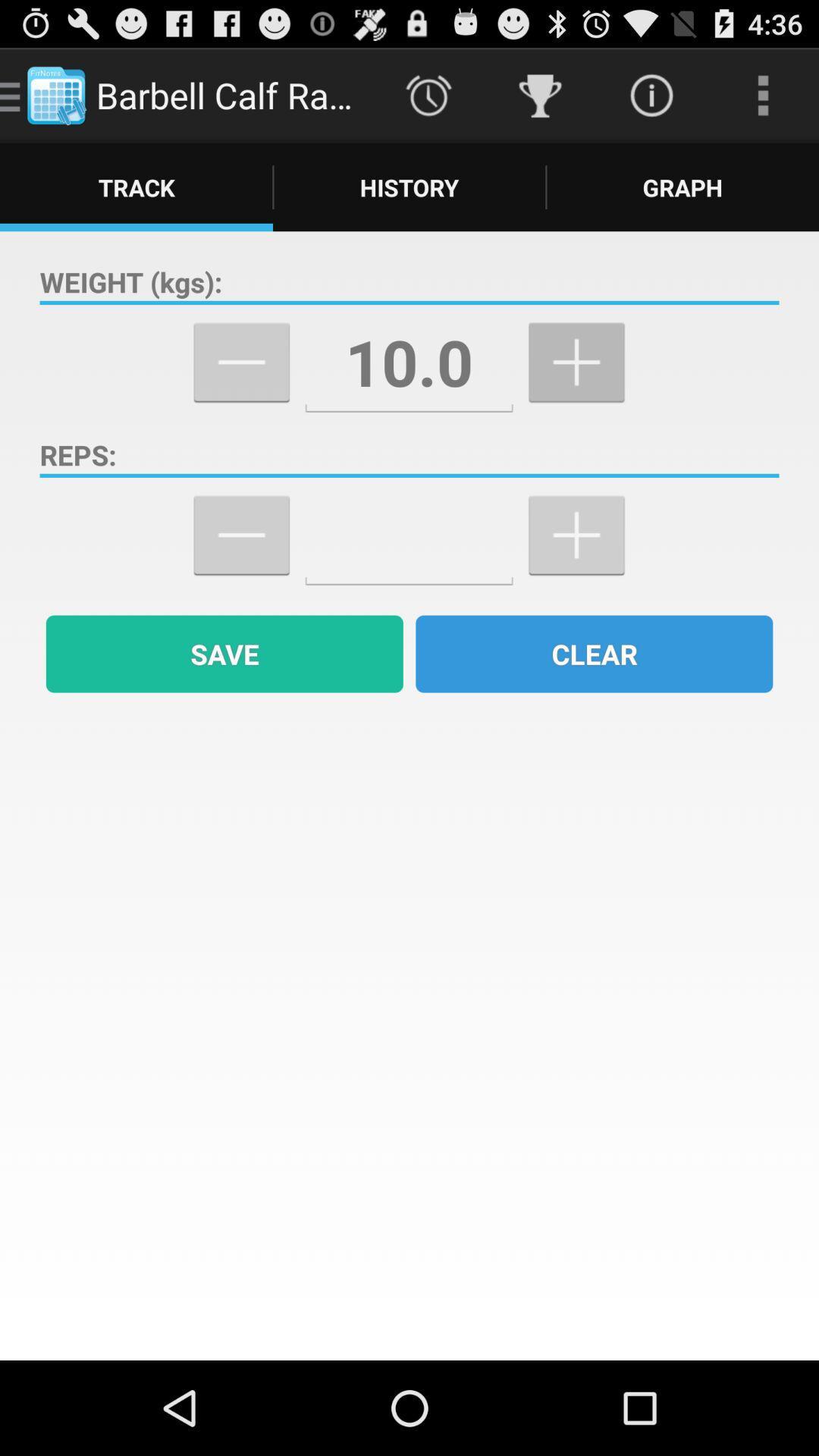 This screenshot has width=819, height=1456. Describe the element at coordinates (240, 572) in the screenshot. I see `the minus icon` at that location.